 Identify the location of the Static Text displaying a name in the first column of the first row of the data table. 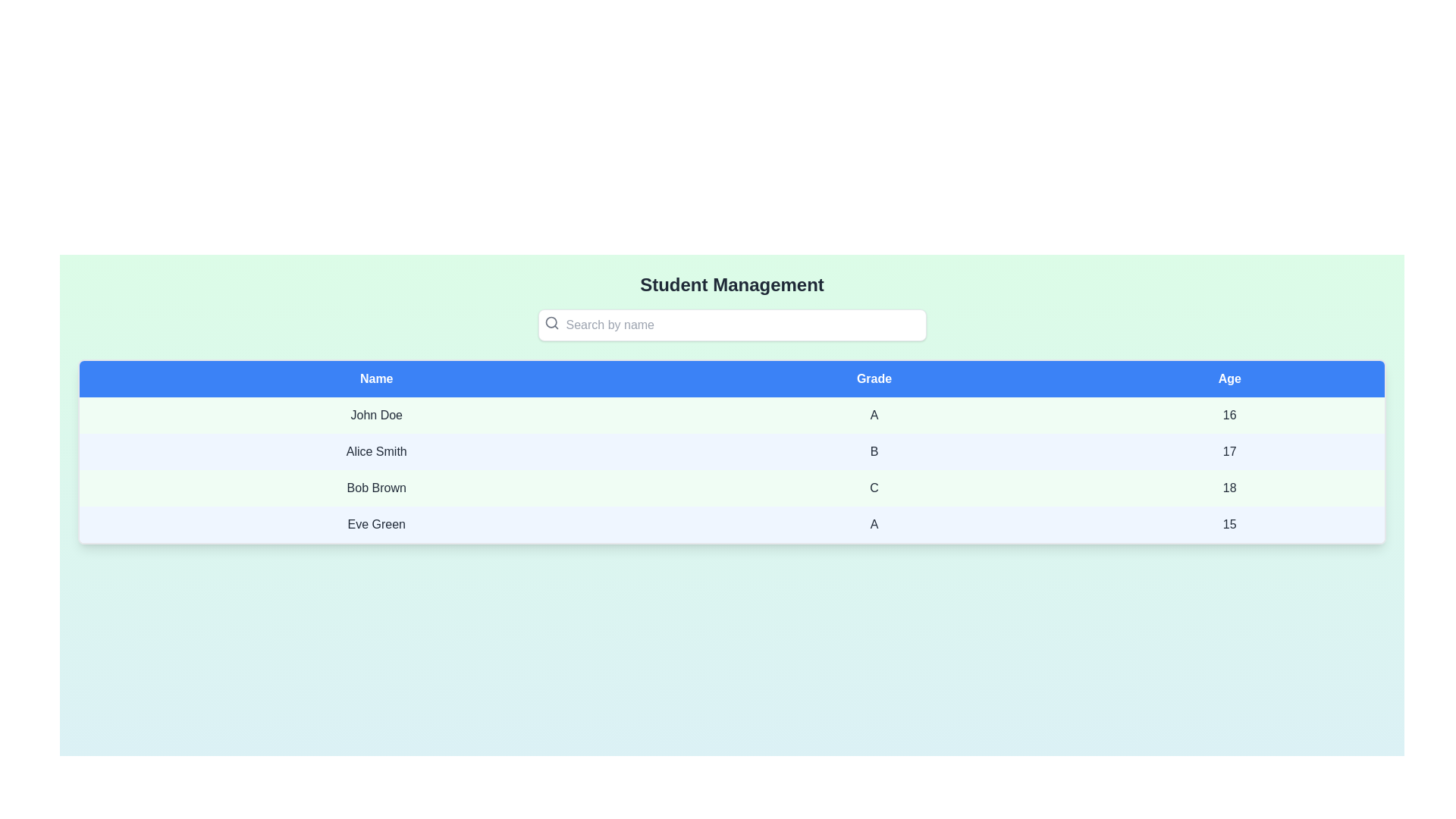
(376, 415).